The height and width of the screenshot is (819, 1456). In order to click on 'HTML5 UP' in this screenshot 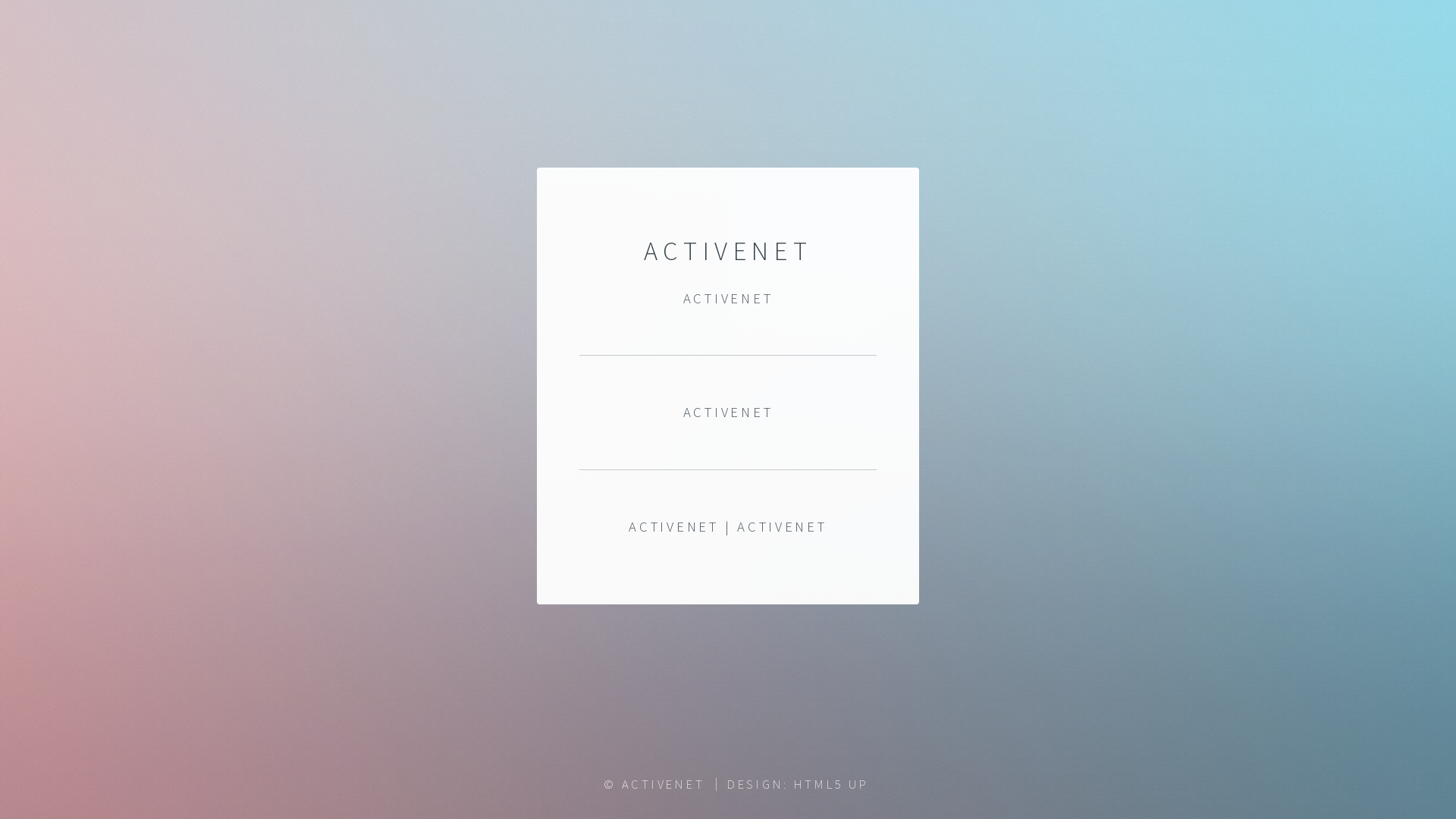, I will do `click(830, 783)`.